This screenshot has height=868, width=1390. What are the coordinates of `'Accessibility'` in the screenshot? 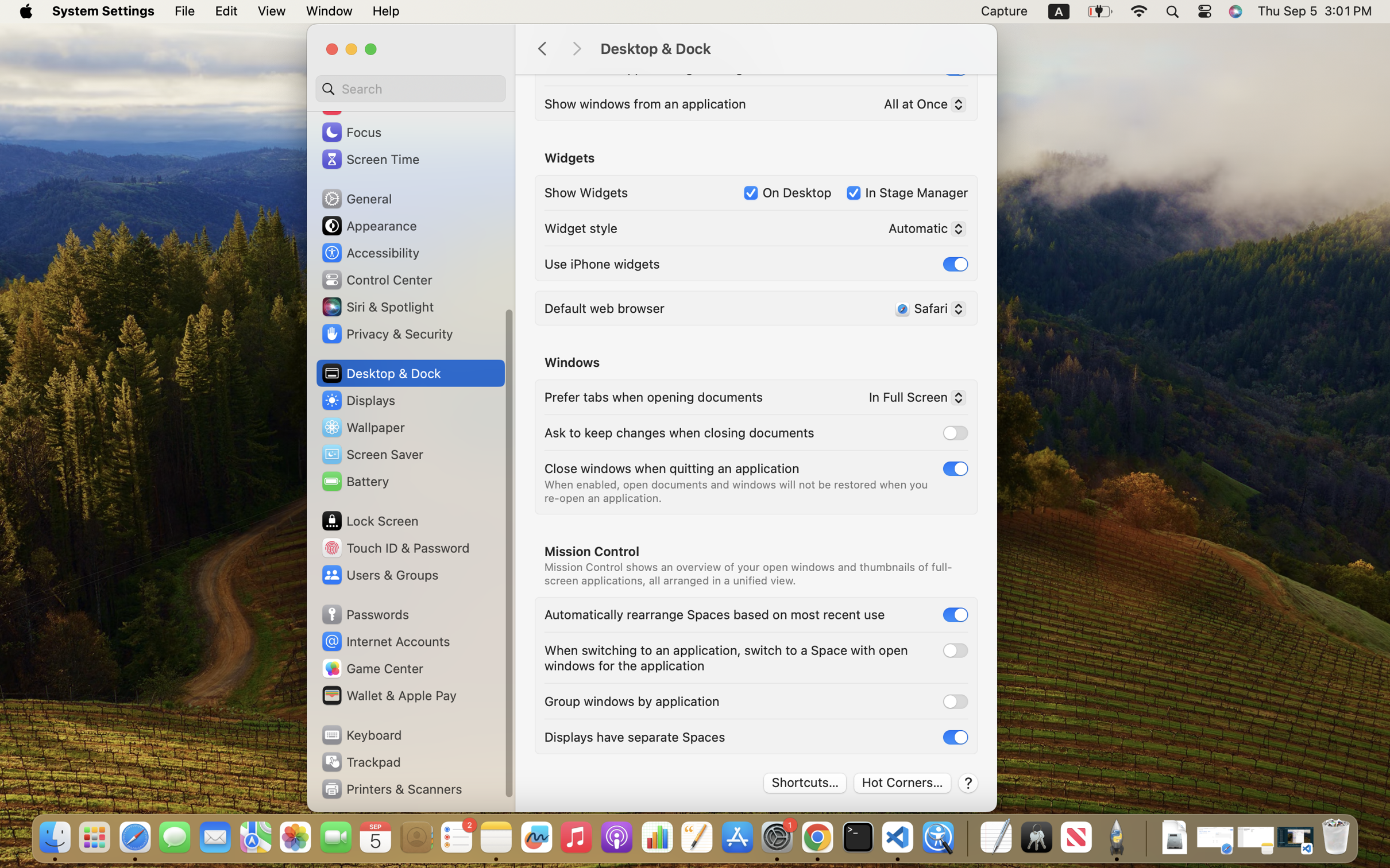 It's located at (370, 251).